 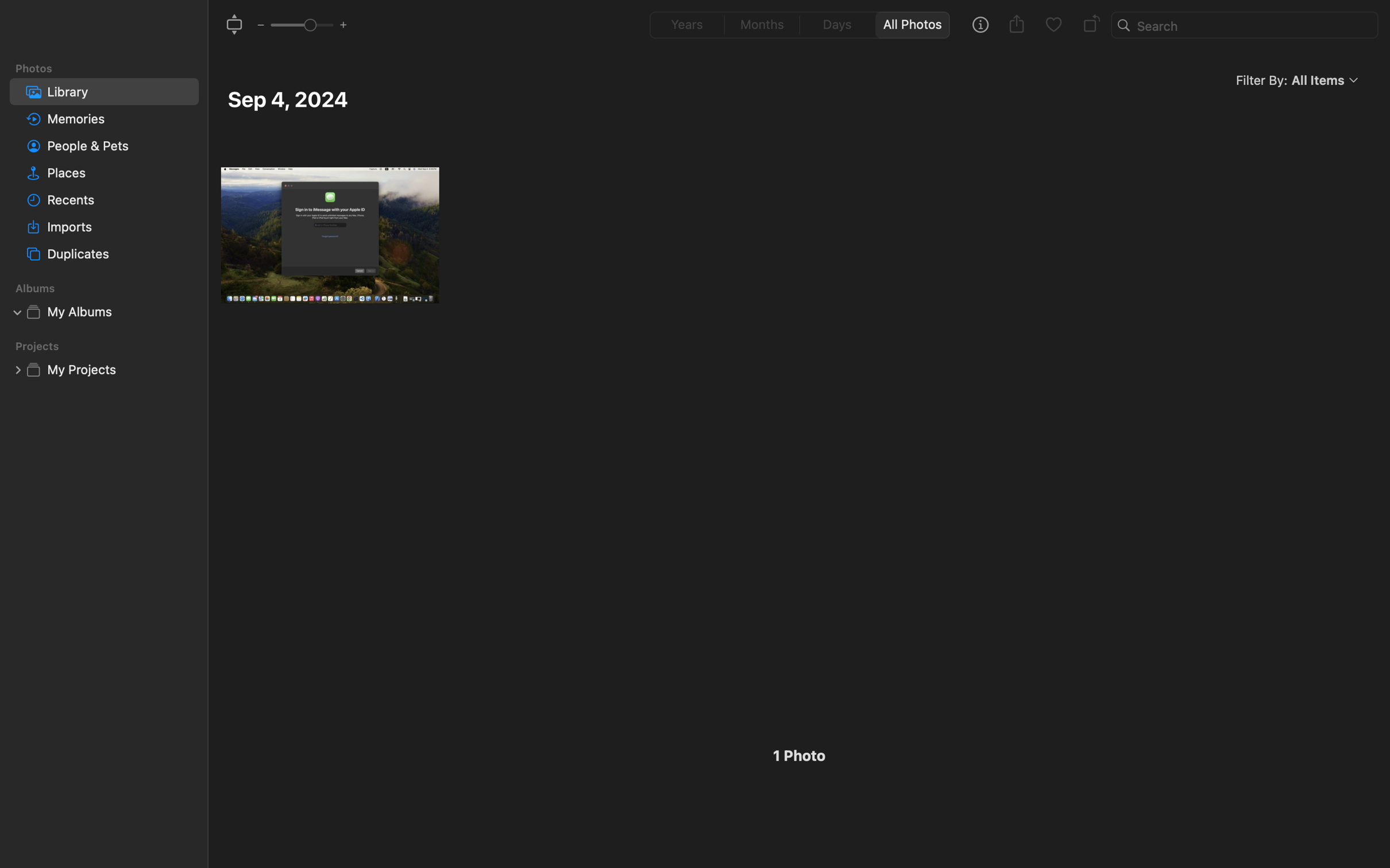 What do you see at coordinates (119, 312) in the screenshot?
I see `'My Albums'` at bounding box center [119, 312].